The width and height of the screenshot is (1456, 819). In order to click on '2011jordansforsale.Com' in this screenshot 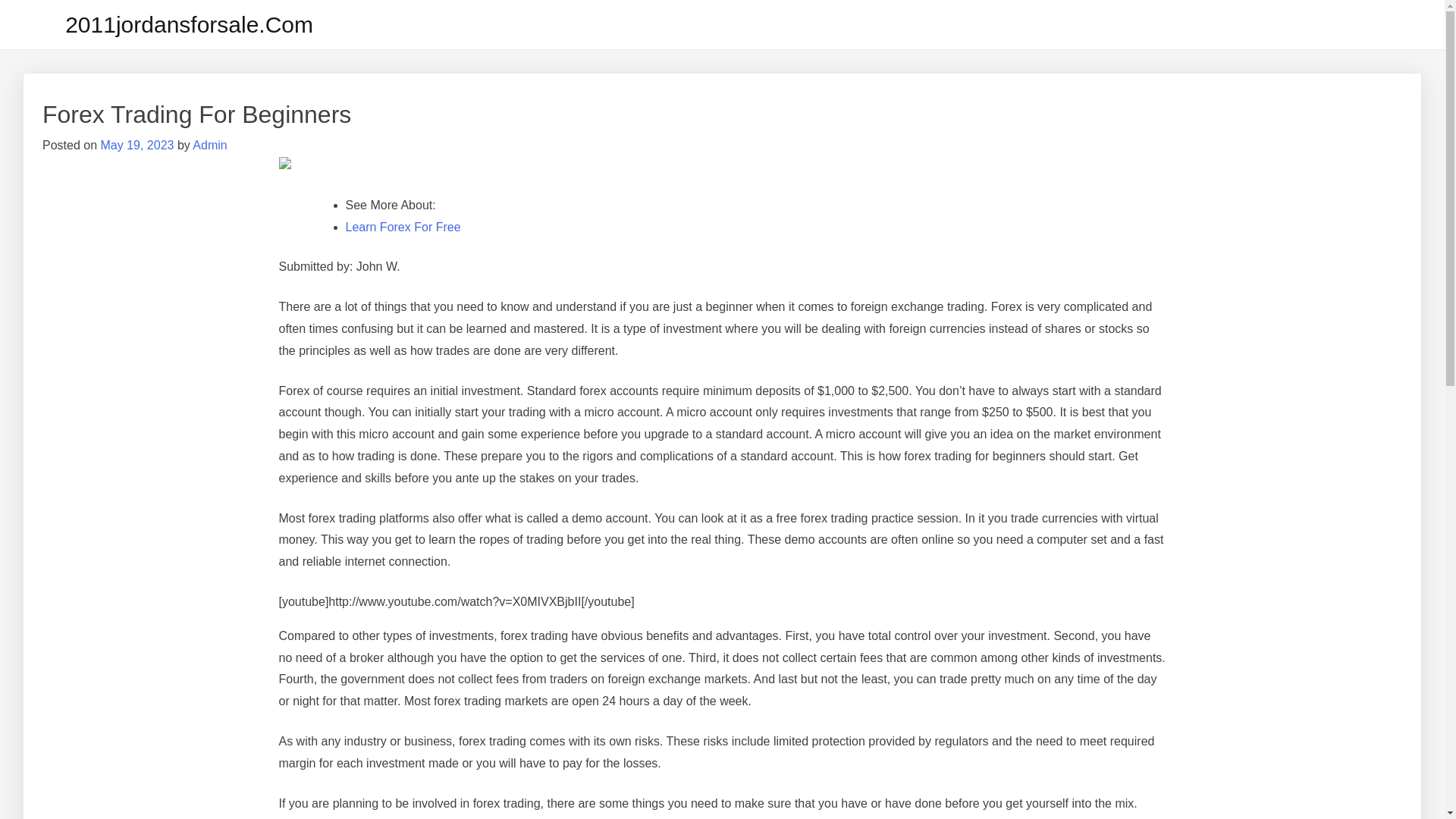, I will do `click(188, 24)`.